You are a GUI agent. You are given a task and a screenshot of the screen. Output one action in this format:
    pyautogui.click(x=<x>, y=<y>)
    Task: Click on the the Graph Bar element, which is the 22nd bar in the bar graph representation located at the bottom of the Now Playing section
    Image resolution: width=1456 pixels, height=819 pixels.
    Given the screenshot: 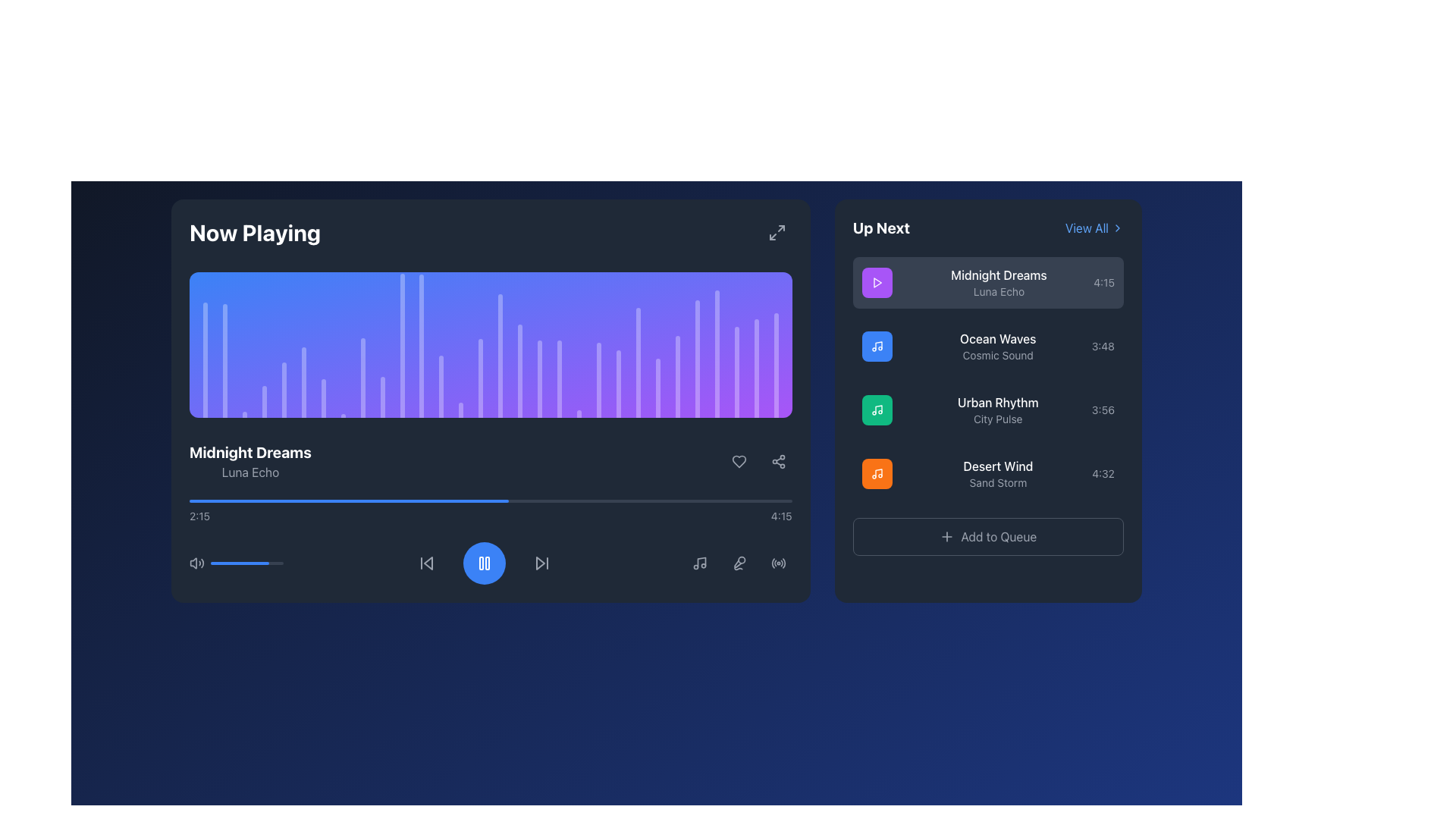 What is the action you would take?
    pyautogui.click(x=638, y=362)
    